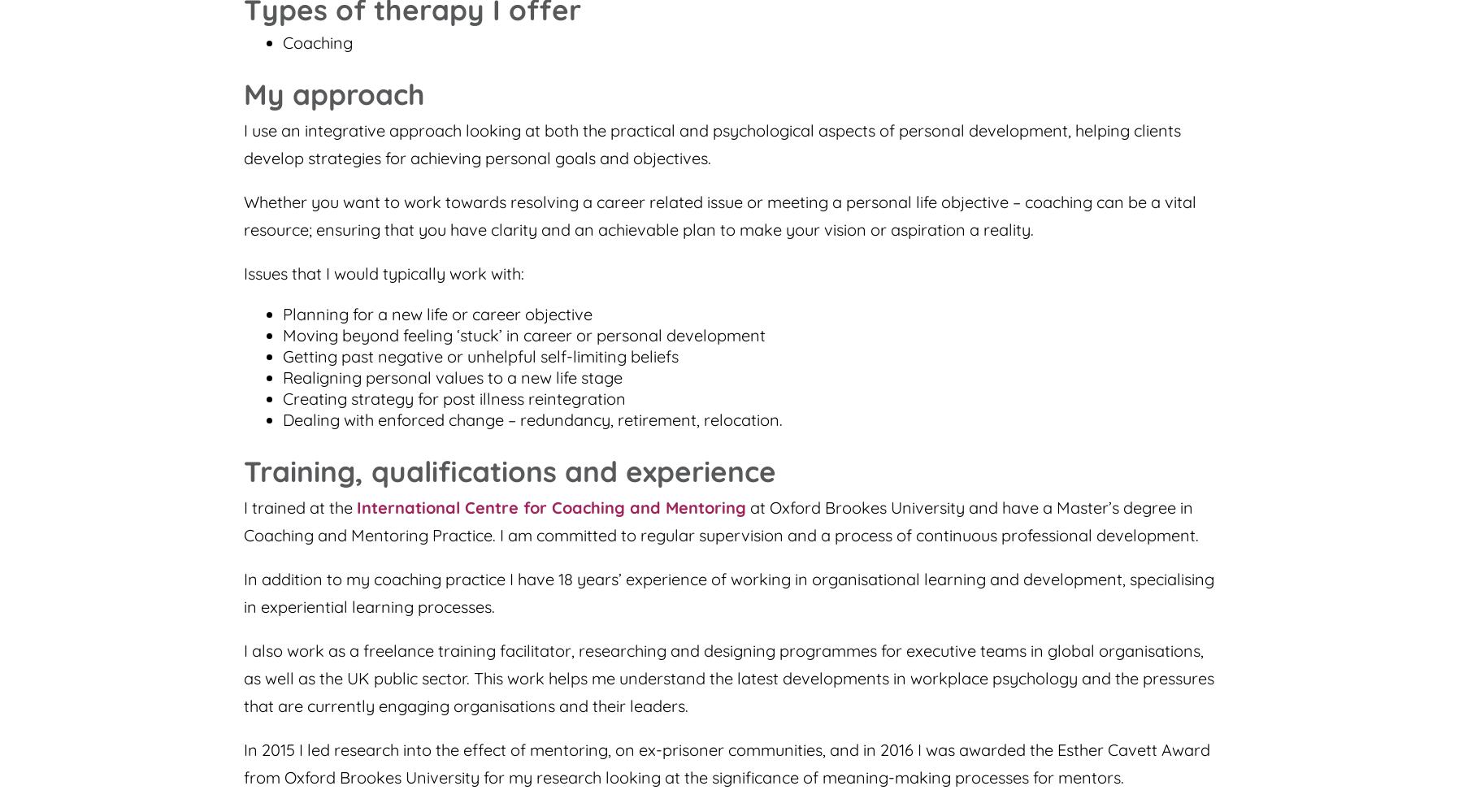  What do you see at coordinates (317, 42) in the screenshot?
I see `'Coaching'` at bounding box center [317, 42].